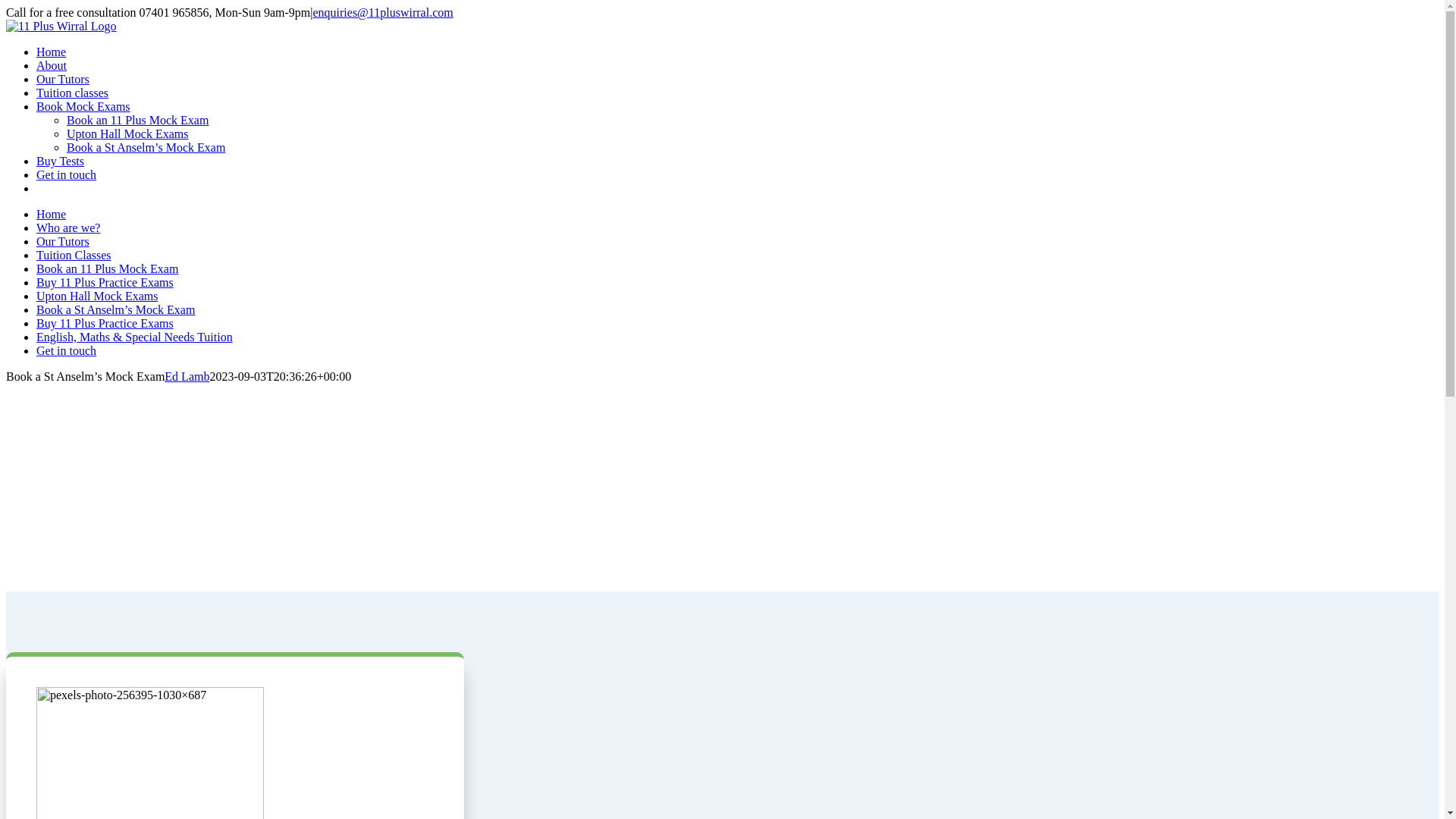 The width and height of the screenshot is (1456, 819). I want to click on 'enquiries@11pluswirral.com', so click(312, 12).